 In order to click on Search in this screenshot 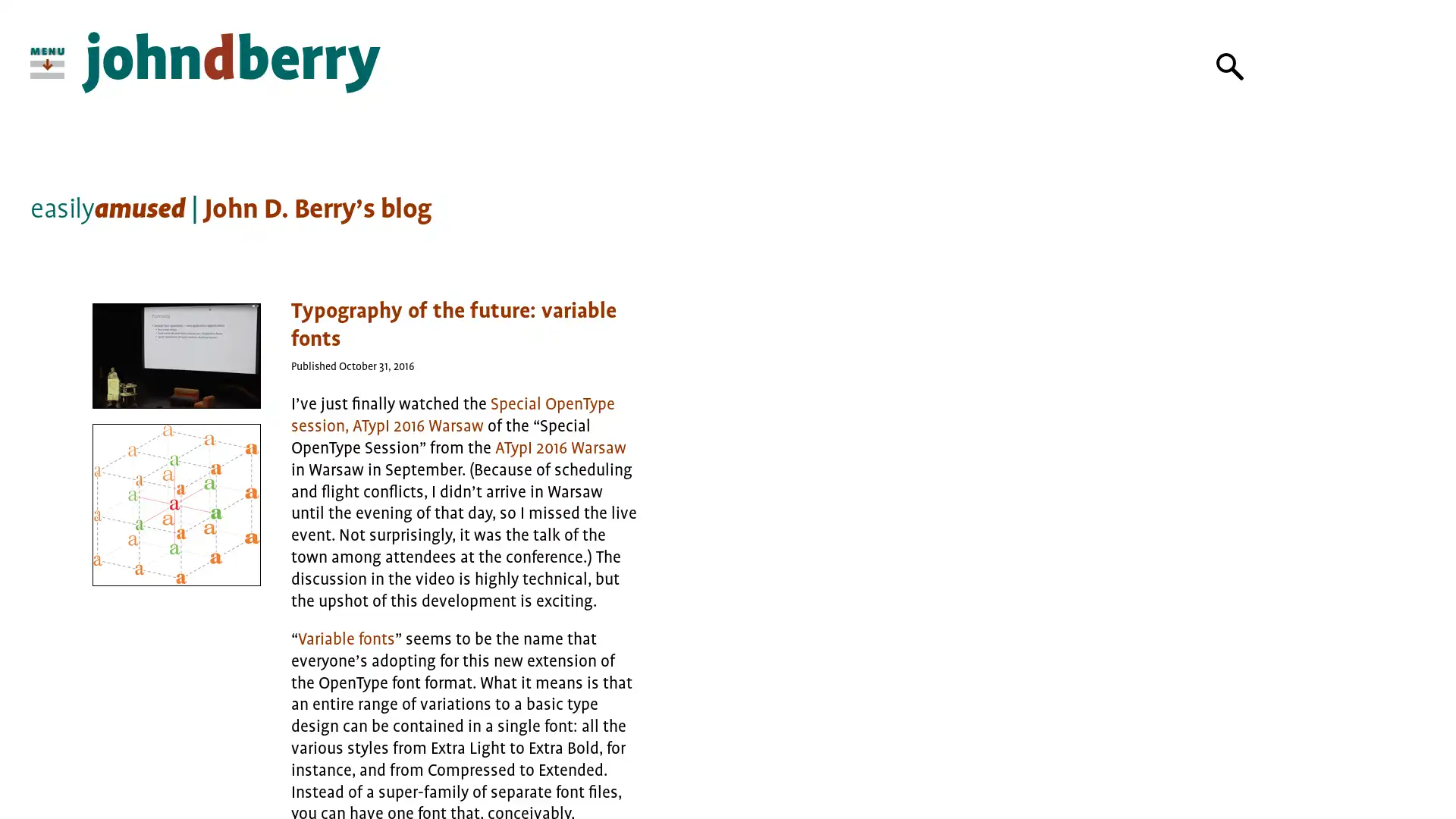, I will do `click(1230, 66)`.